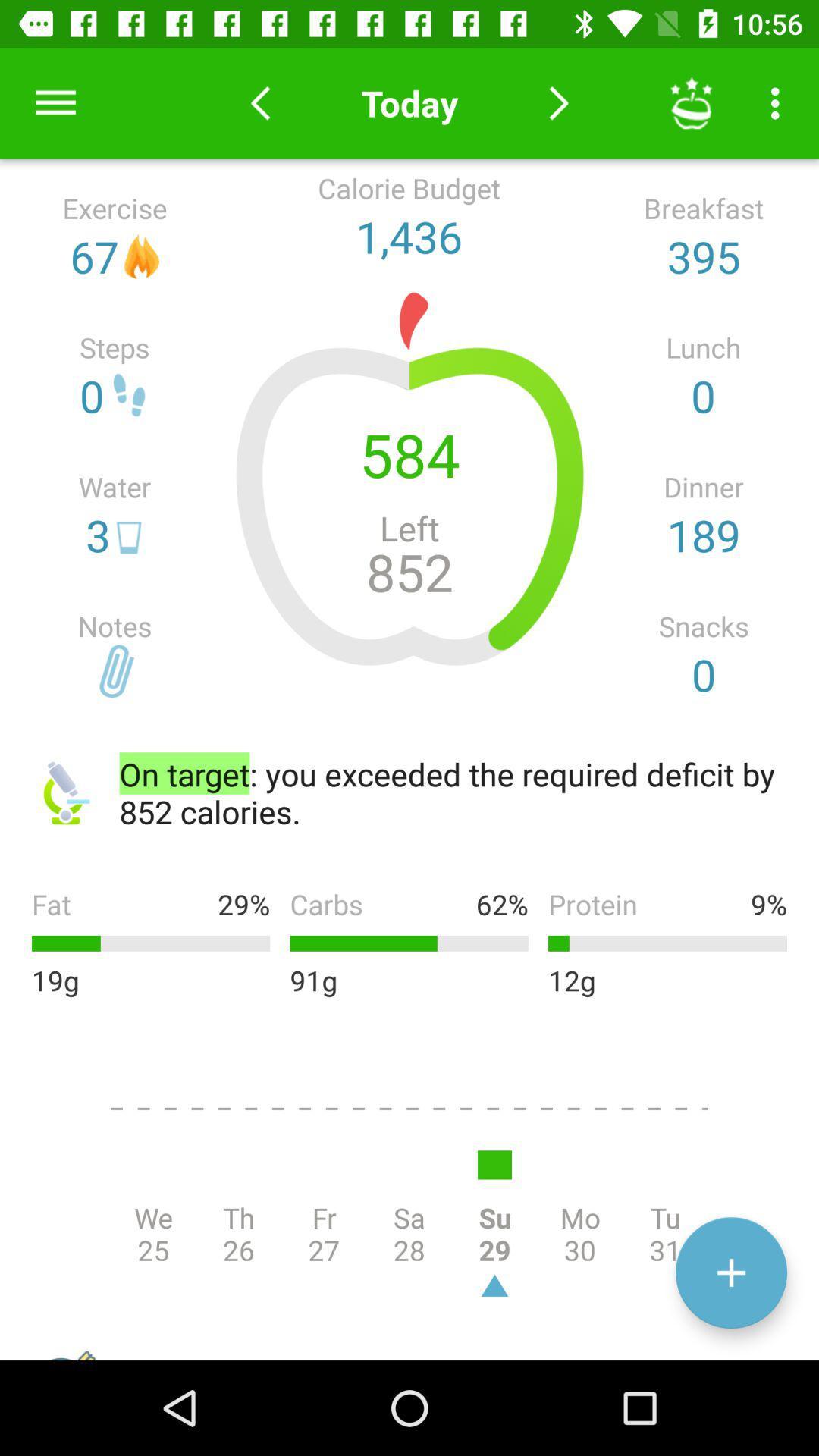 The width and height of the screenshot is (819, 1456). Describe the element at coordinates (730, 1272) in the screenshot. I see `the add icon` at that location.